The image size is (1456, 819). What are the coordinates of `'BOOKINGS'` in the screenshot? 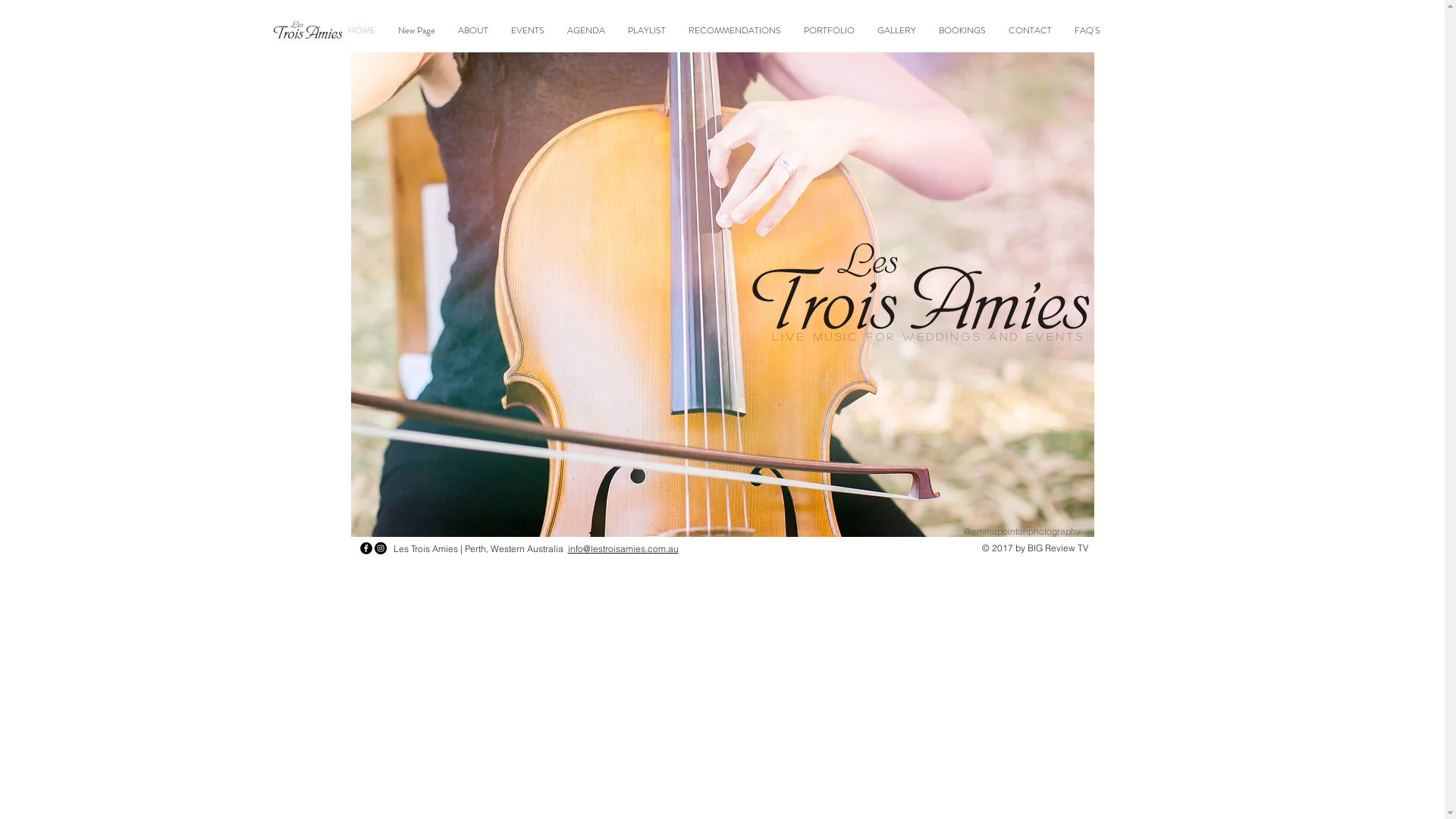 It's located at (961, 30).